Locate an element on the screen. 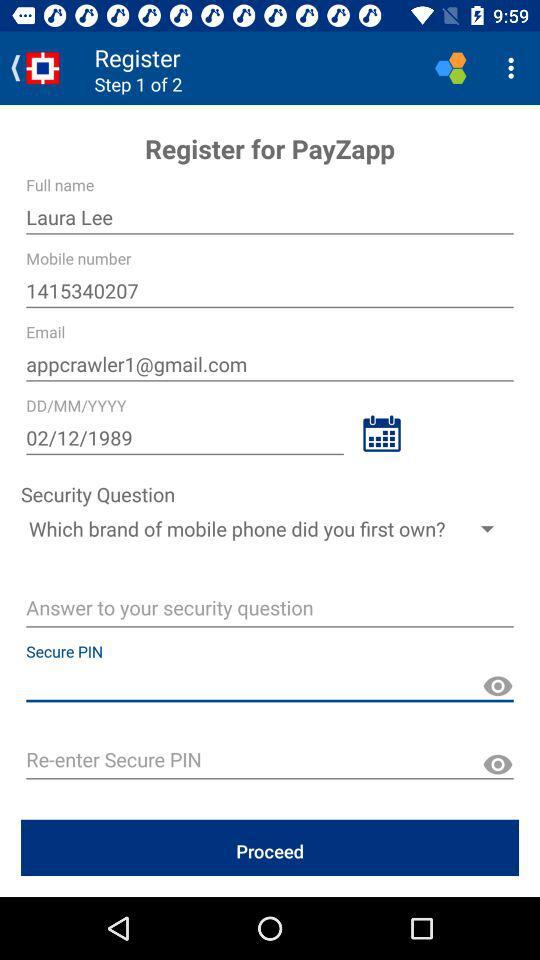 The width and height of the screenshot is (540, 960). text field below mobile number is located at coordinates (270, 289).